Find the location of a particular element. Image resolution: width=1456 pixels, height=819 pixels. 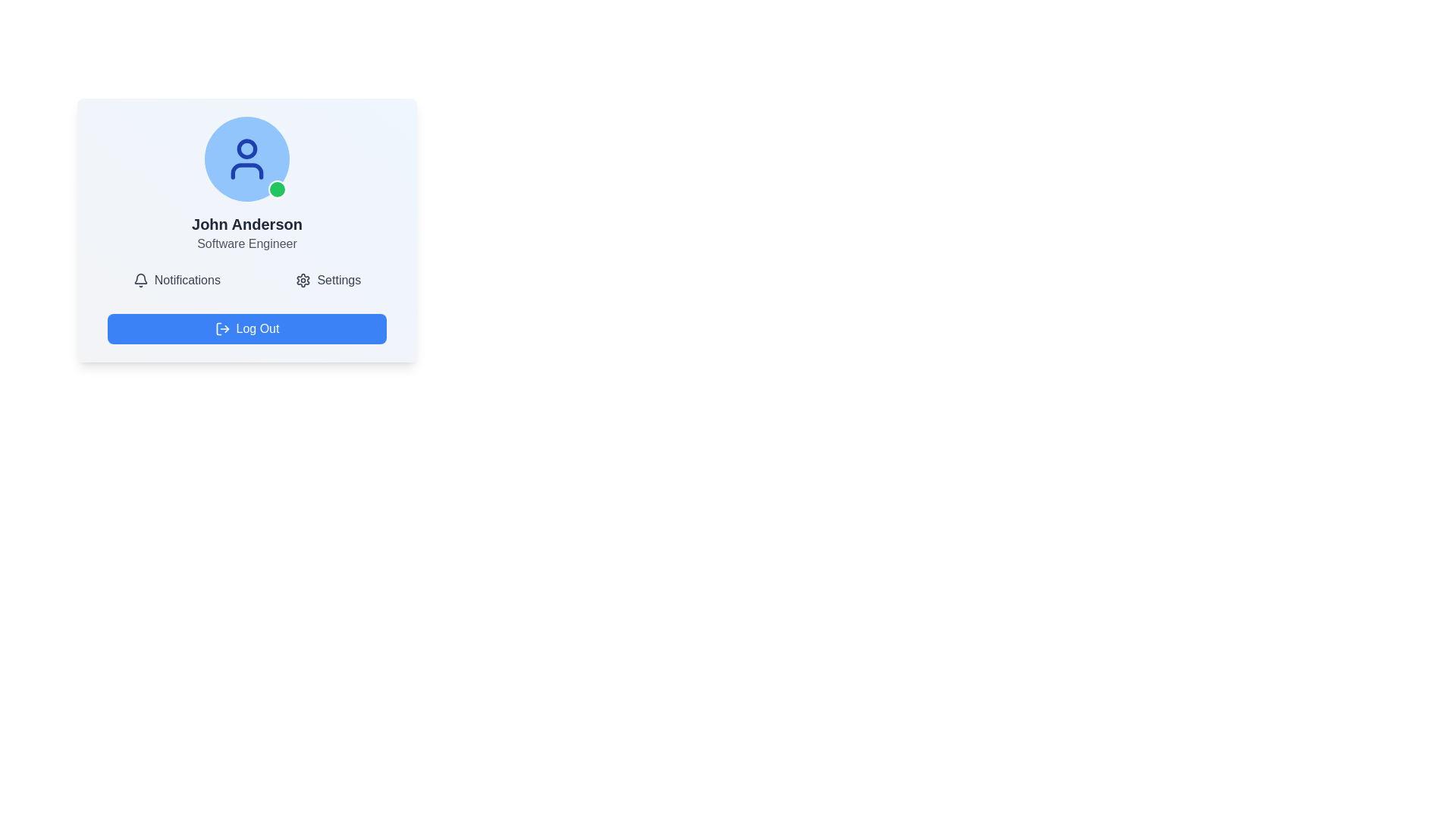

the 'Log Out' text label within the blue rounded button located at the center bottom of the interface is located at coordinates (258, 328).